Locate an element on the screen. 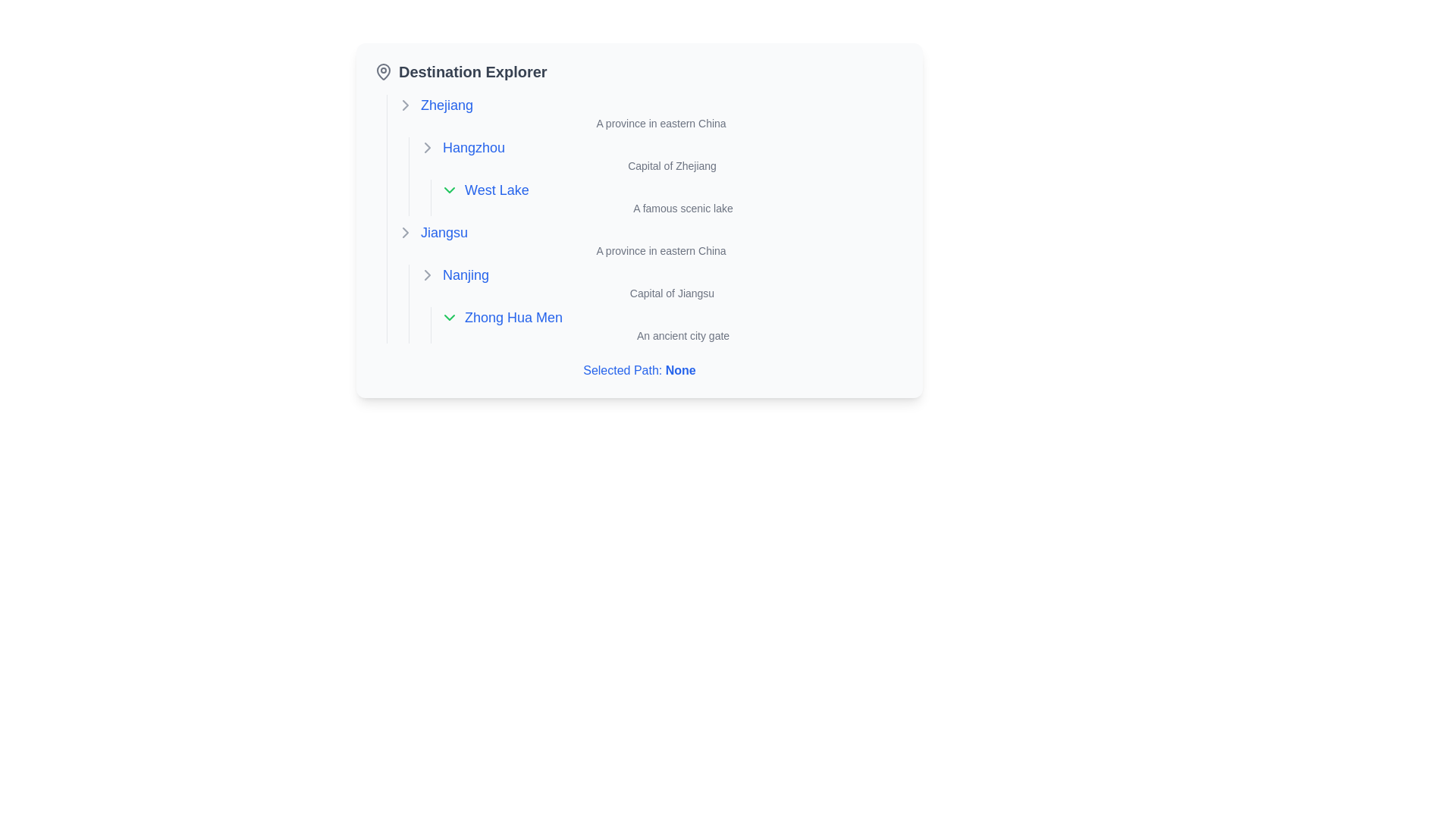 Image resolution: width=1456 pixels, height=819 pixels. the static text label reading 'A famous scenic lake' located under the 'West Lake' category is located at coordinates (672, 208).